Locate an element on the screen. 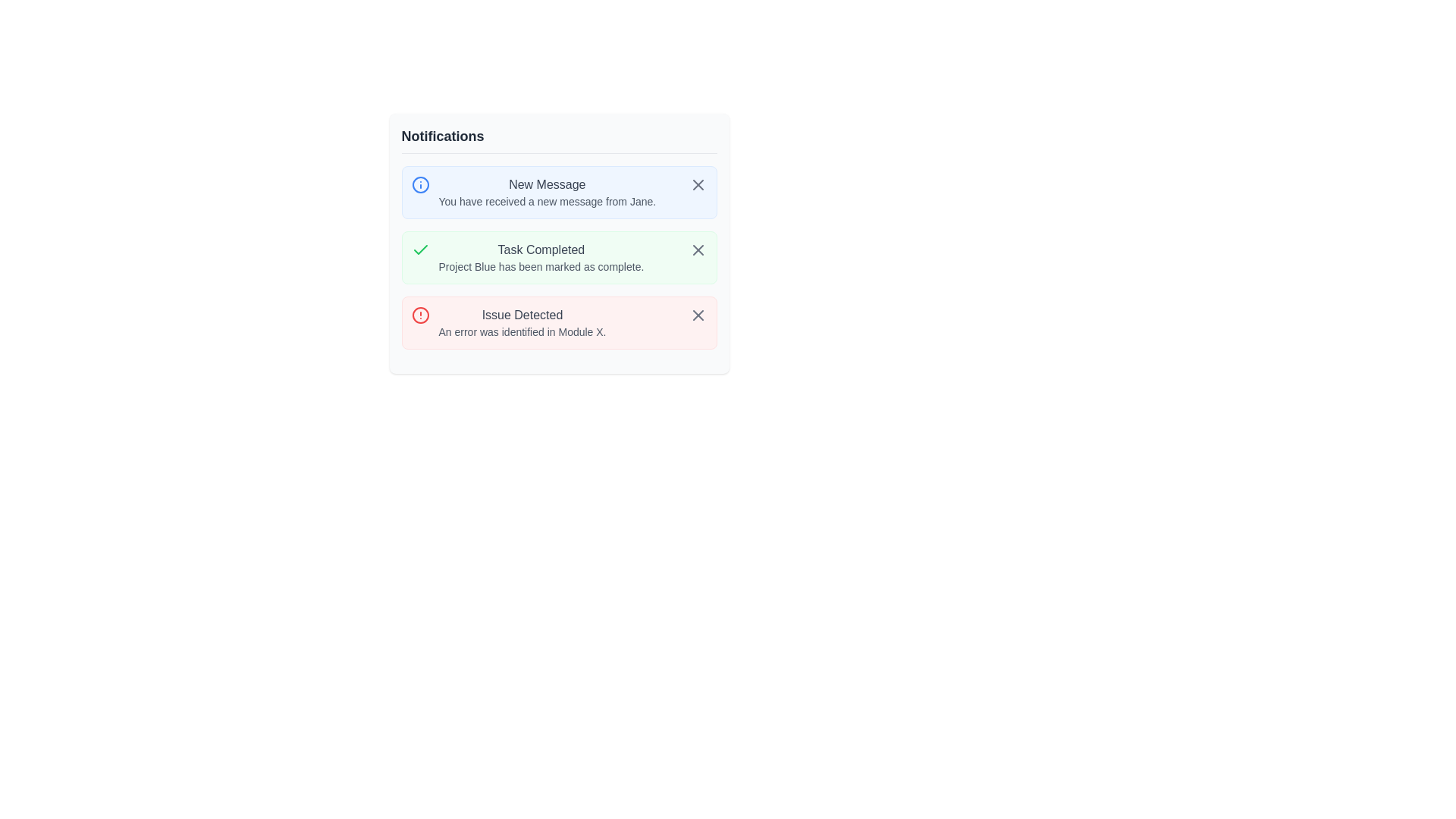 The height and width of the screenshot is (819, 1456). the Circle graphic that serves as the base for the 'Issue Detected' notification icon, located in the bottom section of the notification list is located at coordinates (420, 315).